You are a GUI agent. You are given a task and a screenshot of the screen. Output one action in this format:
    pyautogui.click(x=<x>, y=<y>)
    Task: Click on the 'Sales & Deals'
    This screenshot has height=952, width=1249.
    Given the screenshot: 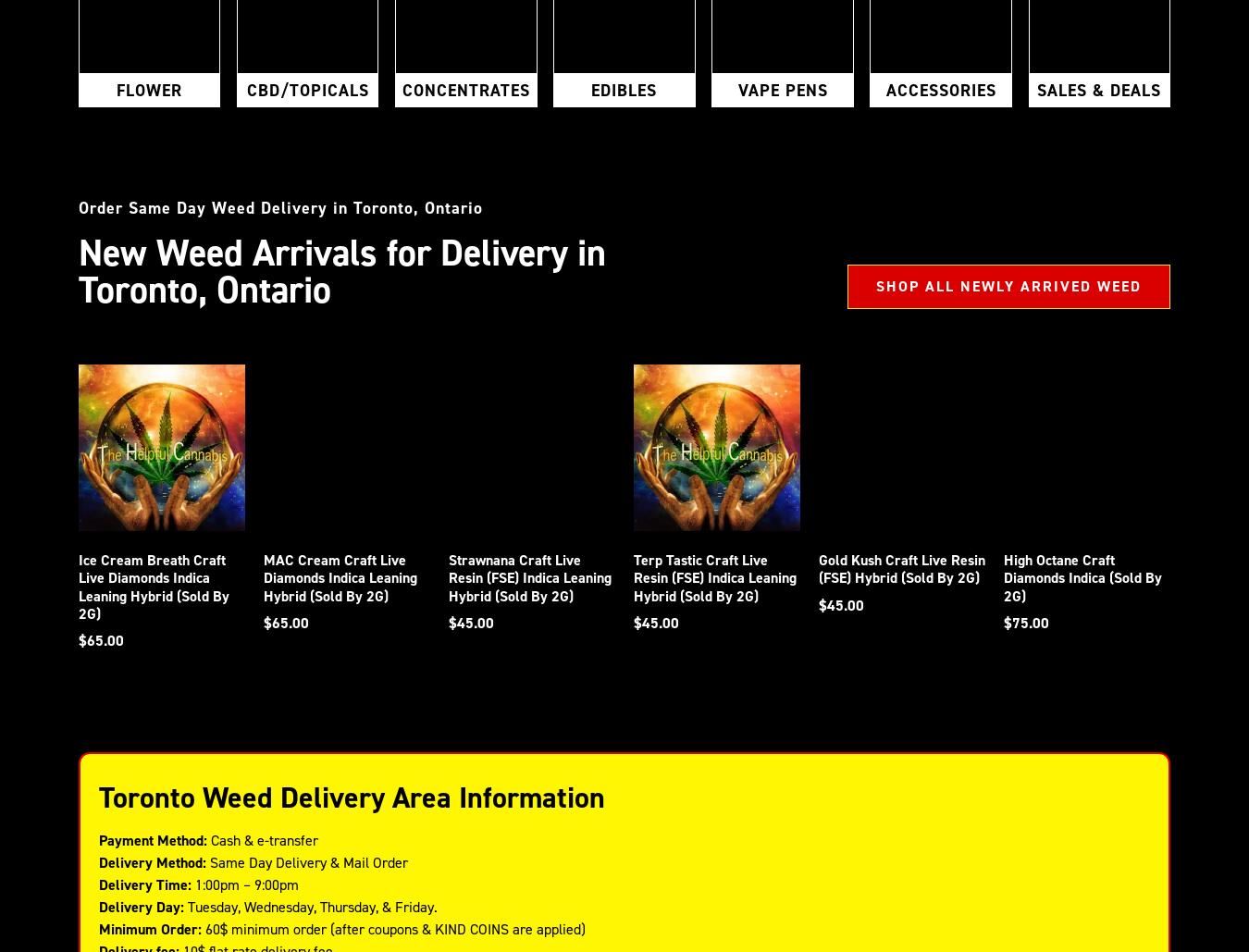 What is the action you would take?
    pyautogui.click(x=1098, y=89)
    